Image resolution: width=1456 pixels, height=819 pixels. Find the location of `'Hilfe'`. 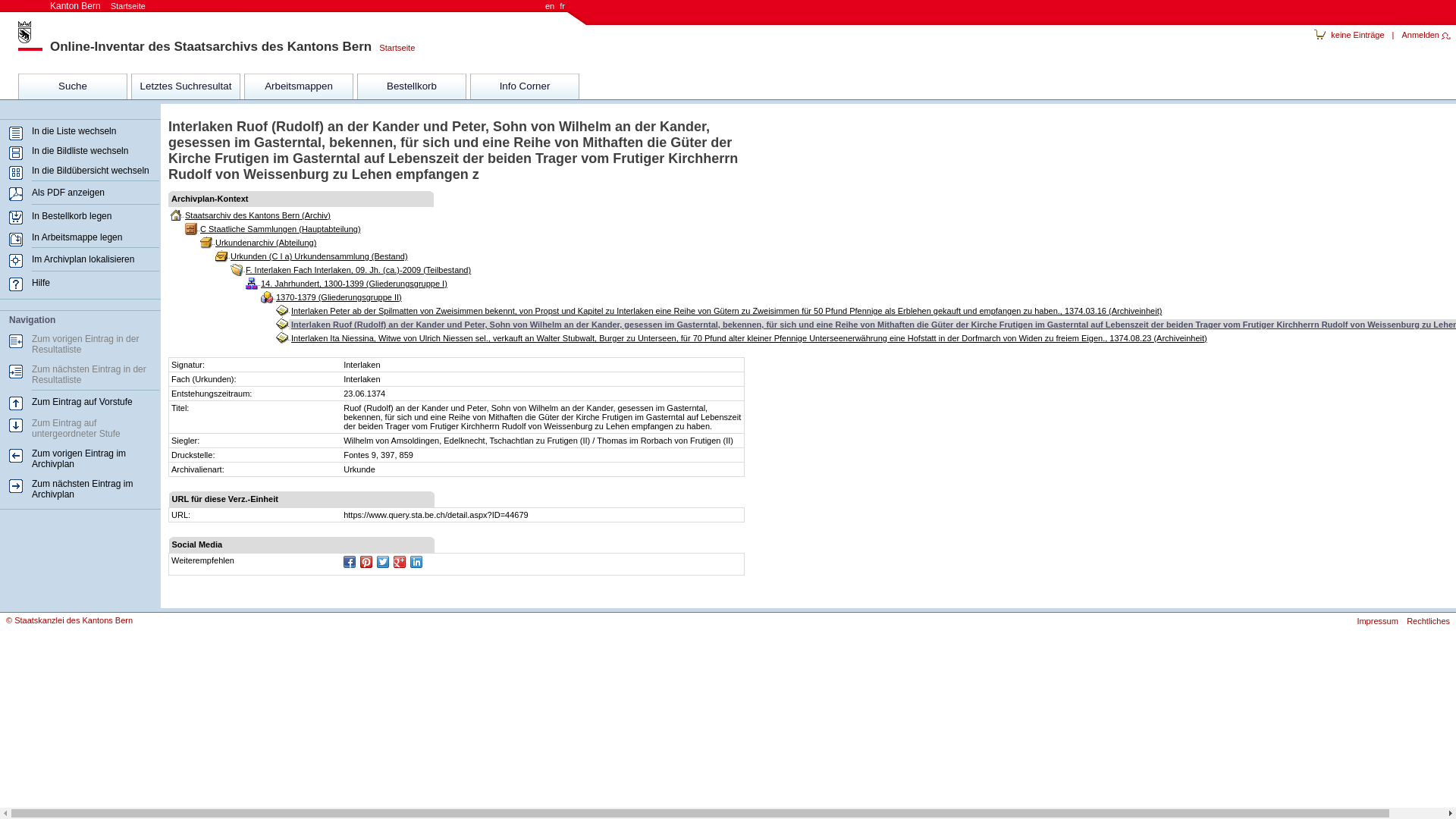

'Hilfe' is located at coordinates (40, 283).